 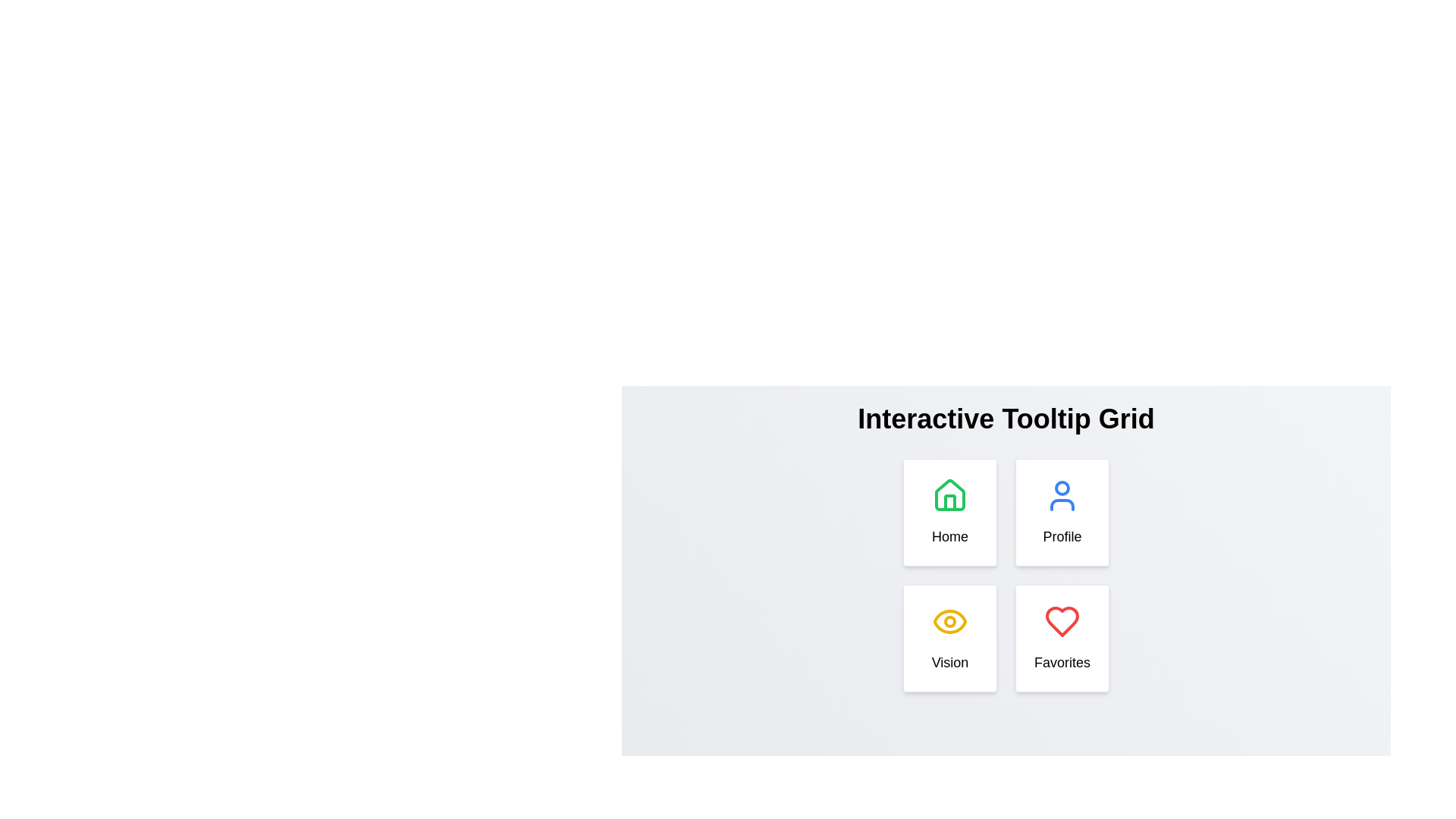 I want to click on the heart icon labeled 'Favorites' in the bottom right cell of the grid layout, so click(x=1062, y=622).